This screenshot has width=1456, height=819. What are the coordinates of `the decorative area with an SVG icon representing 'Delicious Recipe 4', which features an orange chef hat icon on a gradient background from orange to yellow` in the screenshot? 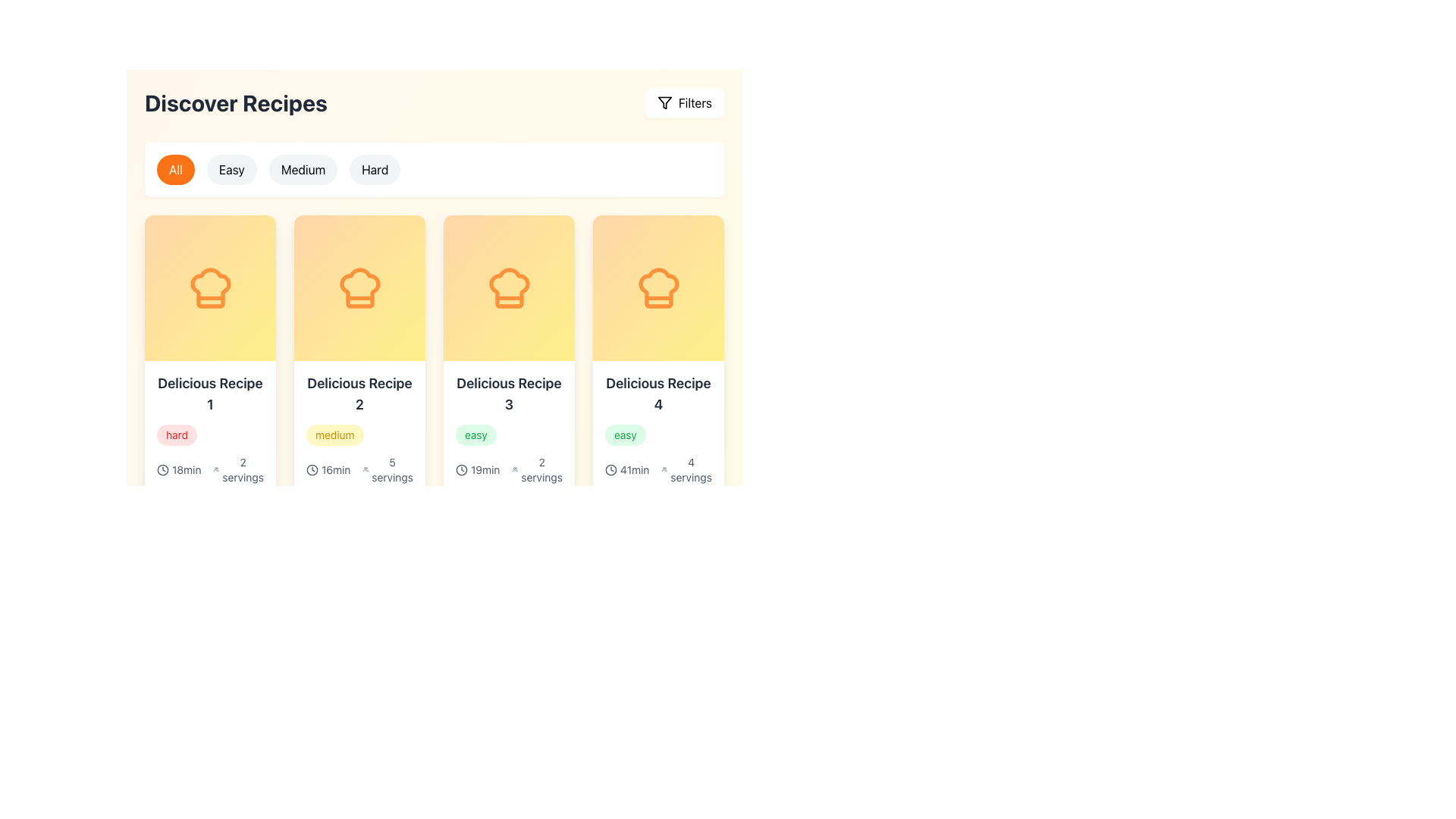 It's located at (658, 288).